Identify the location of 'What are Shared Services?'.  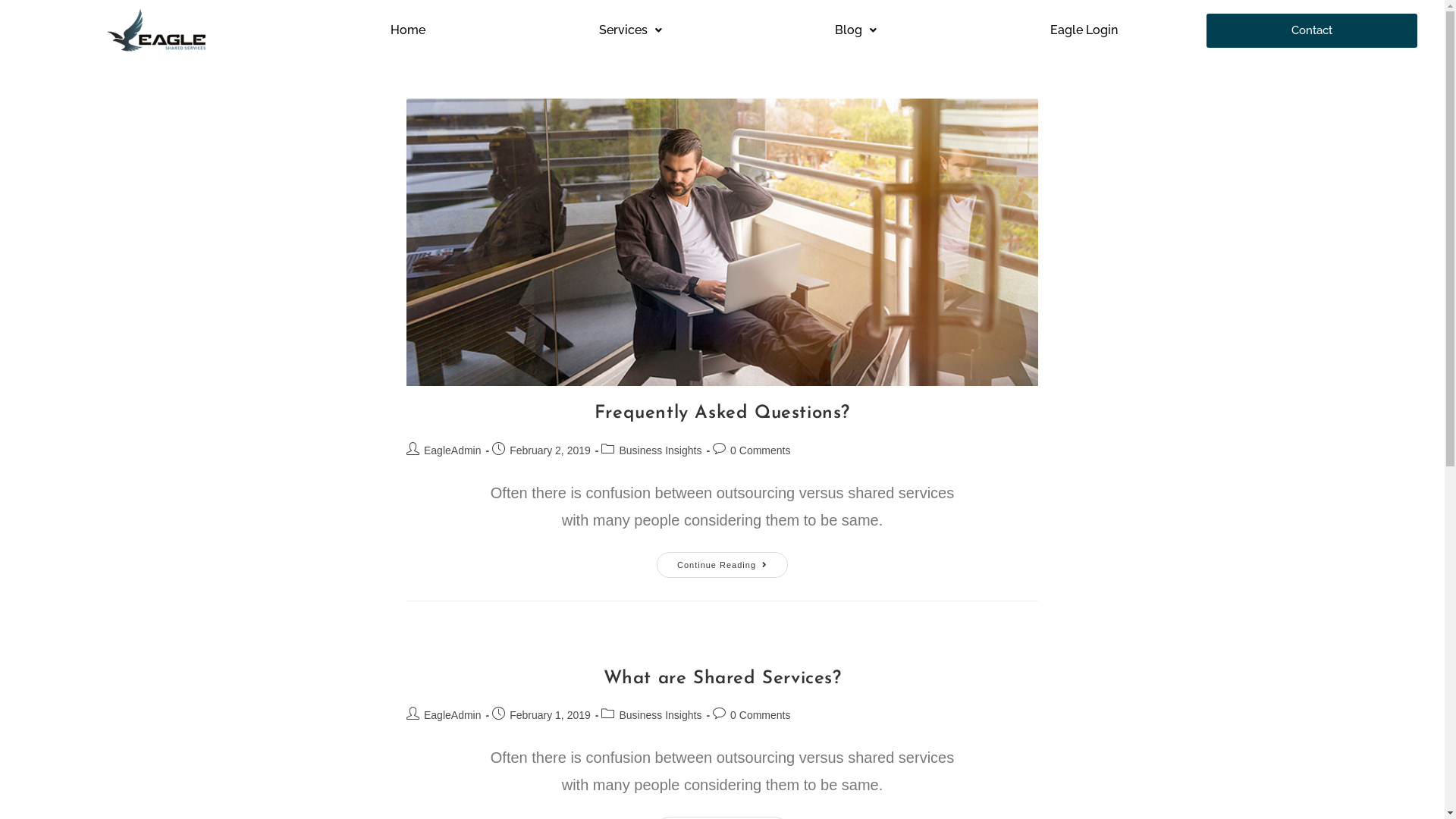
(722, 677).